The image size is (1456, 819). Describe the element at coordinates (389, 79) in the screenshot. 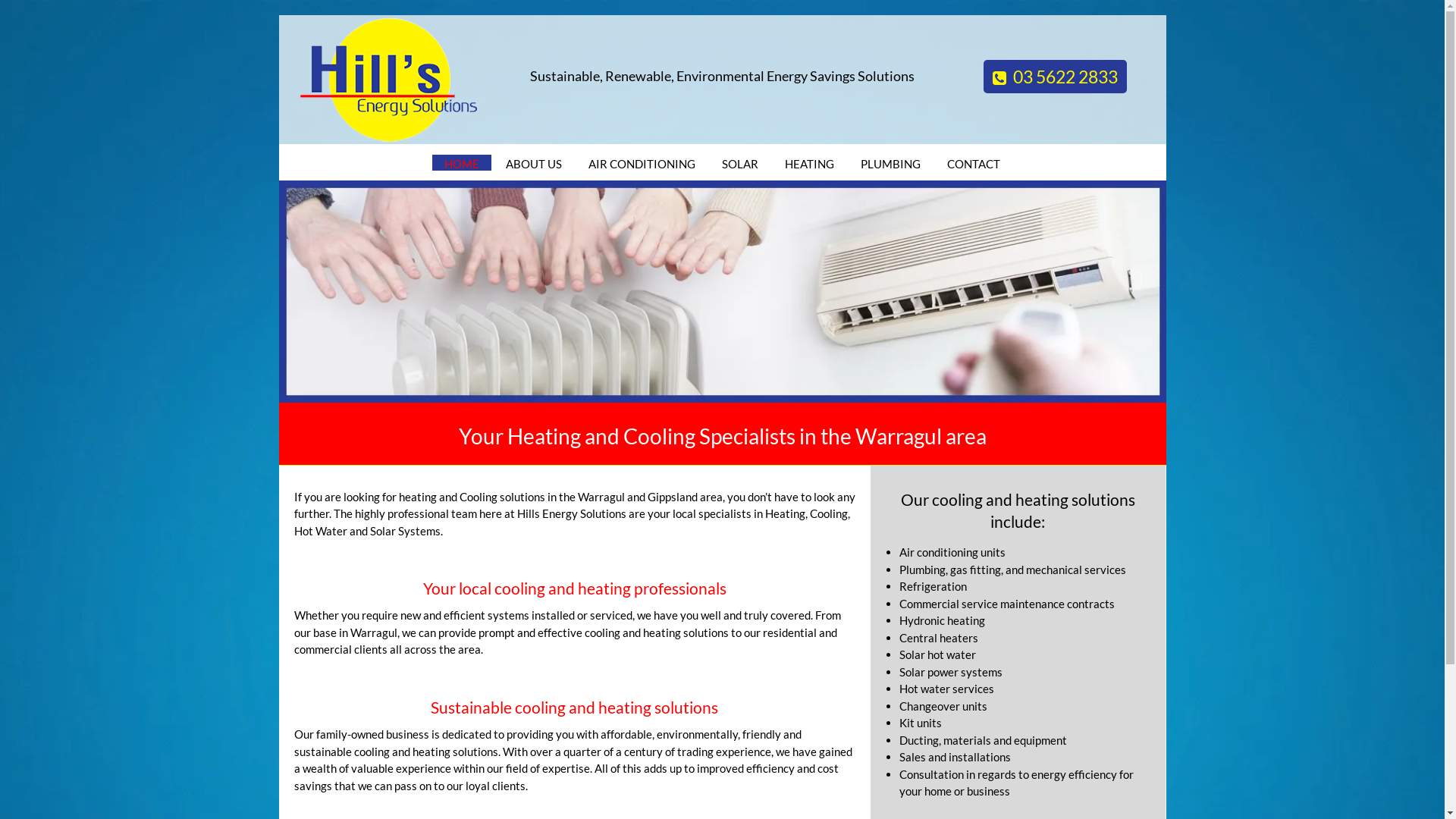

I see `'hills energy solutions business logo'` at that location.